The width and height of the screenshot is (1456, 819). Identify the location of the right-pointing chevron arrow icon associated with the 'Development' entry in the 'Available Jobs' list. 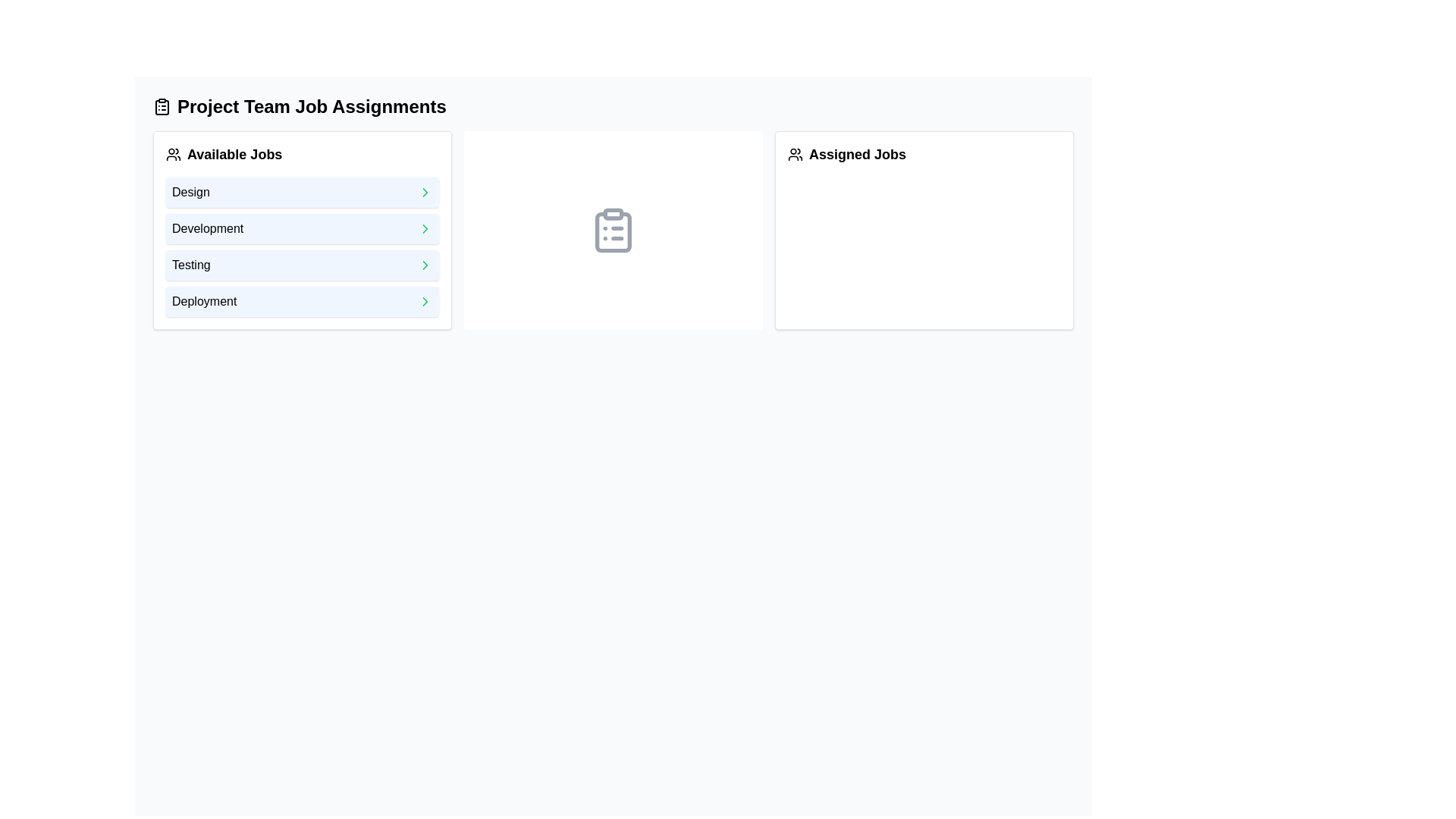
(425, 228).